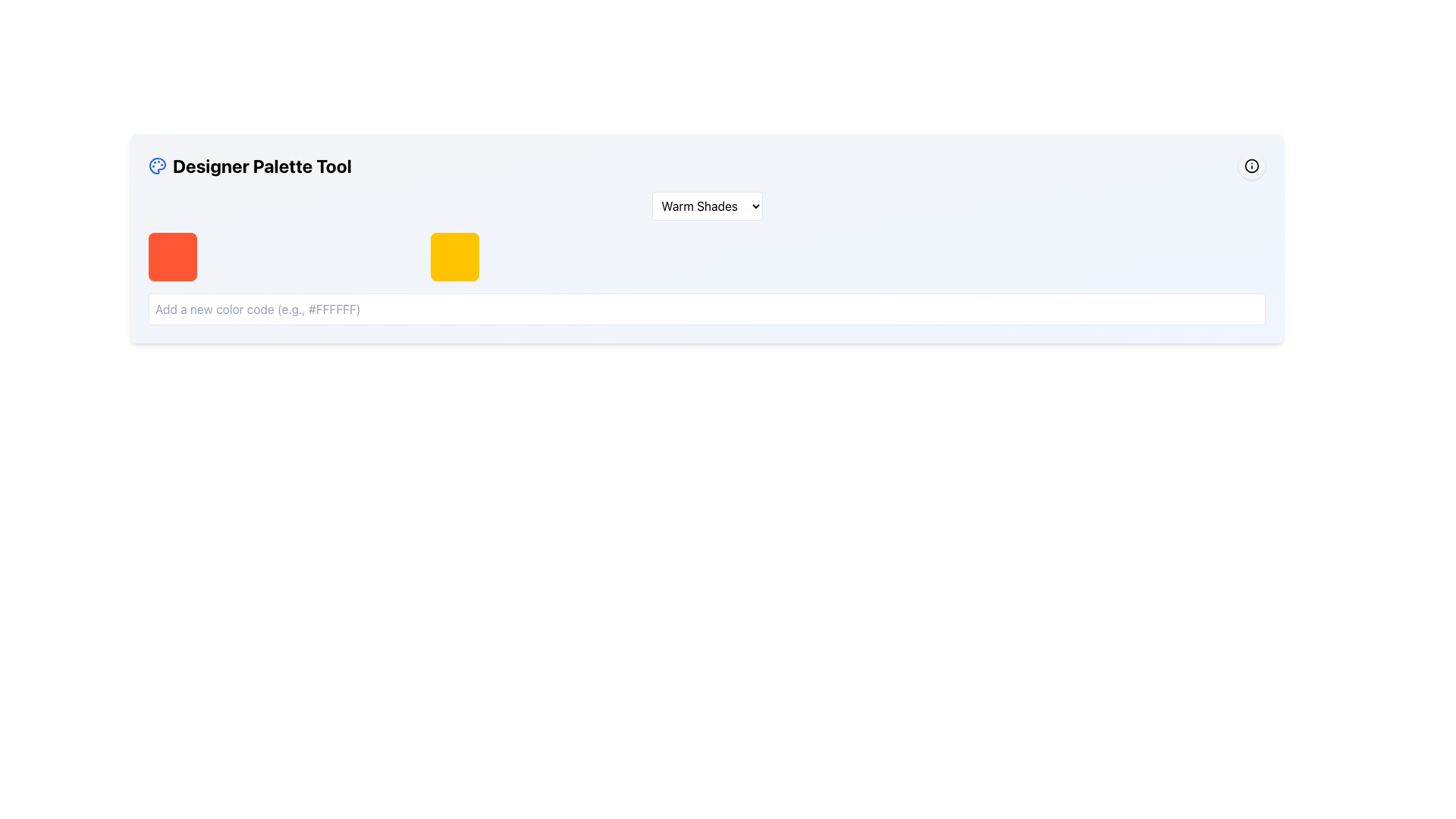 The image size is (1456, 819). I want to click on the Text Label that serves as the title or branding for the designer's palette functionalities, located towards the left side of the header section, so click(249, 166).